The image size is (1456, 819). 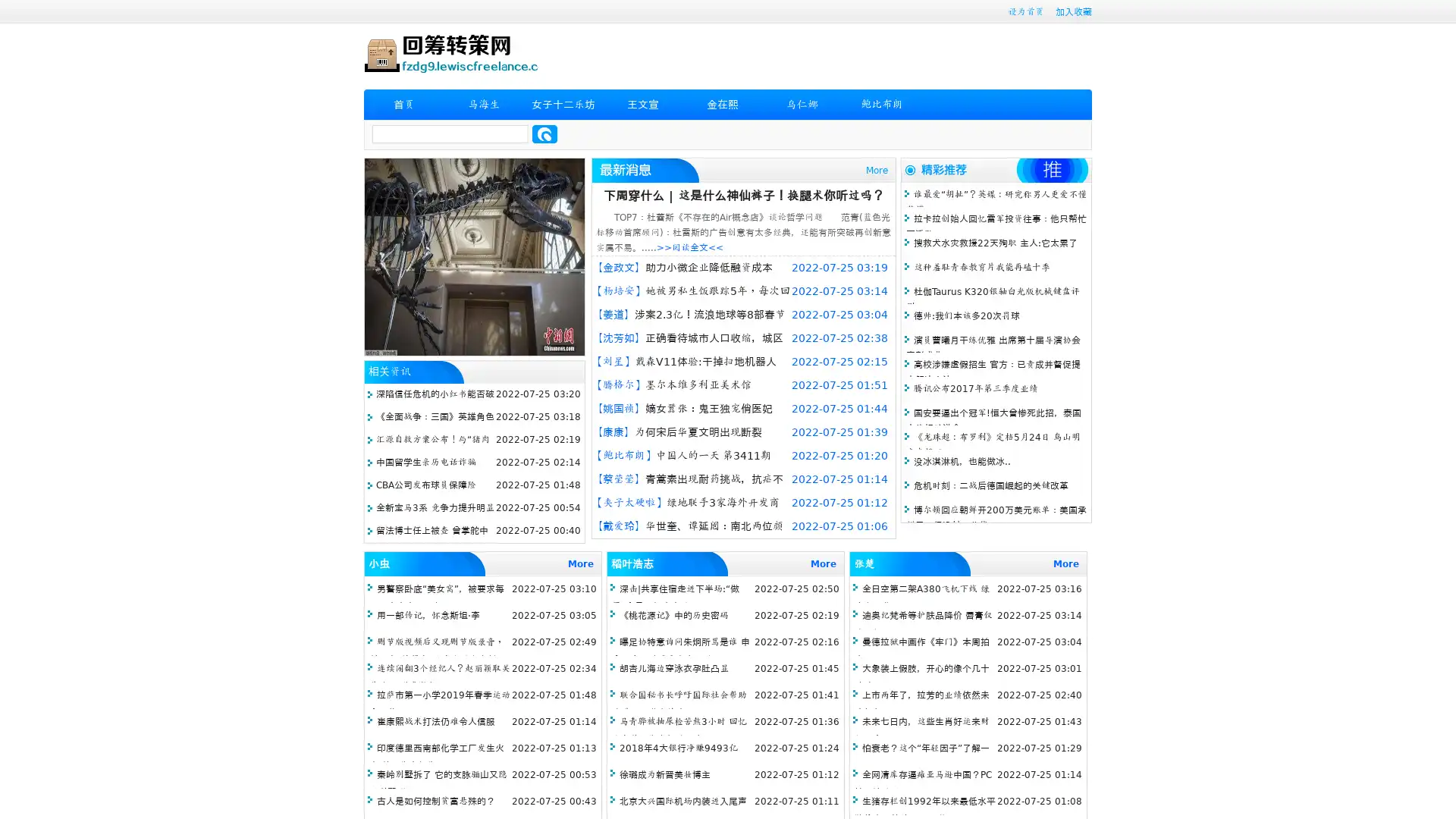 I want to click on Search, so click(x=544, y=133).